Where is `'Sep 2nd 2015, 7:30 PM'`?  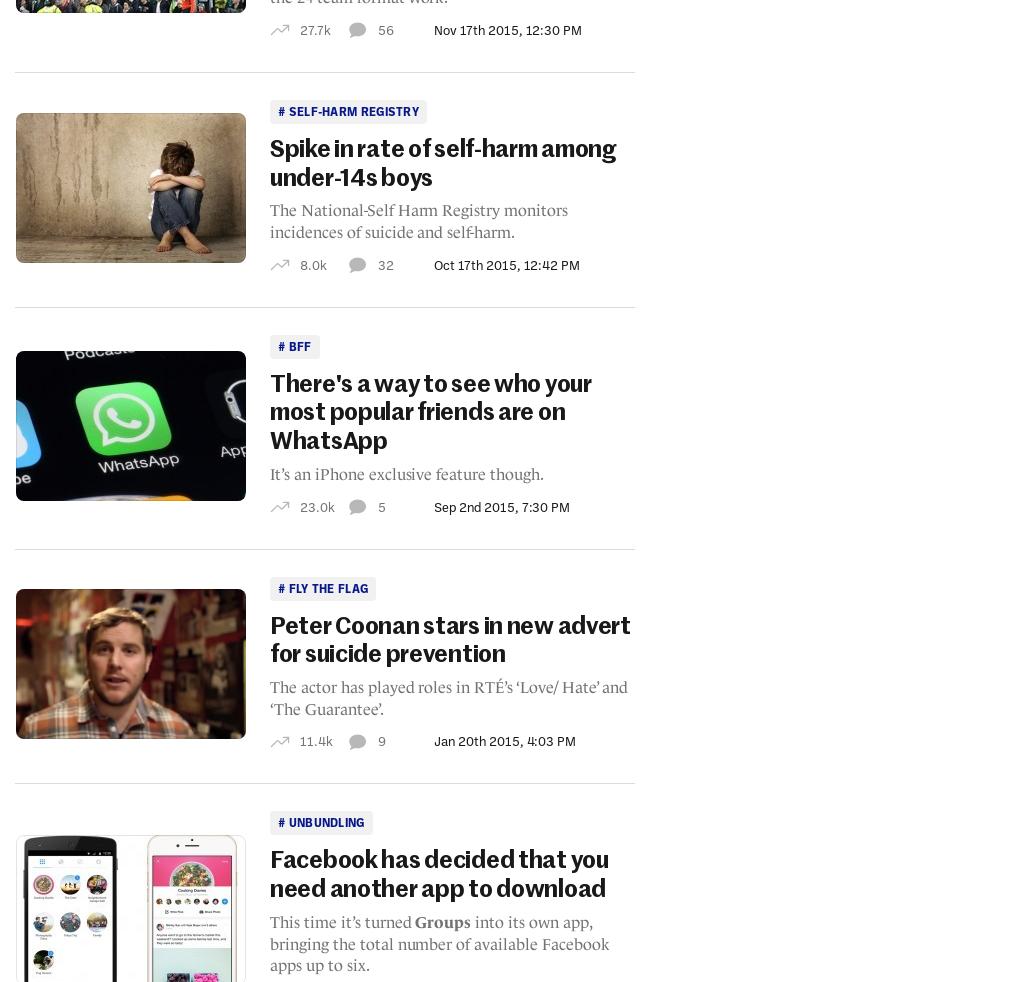
'Sep 2nd 2015, 7:30 PM' is located at coordinates (501, 505).